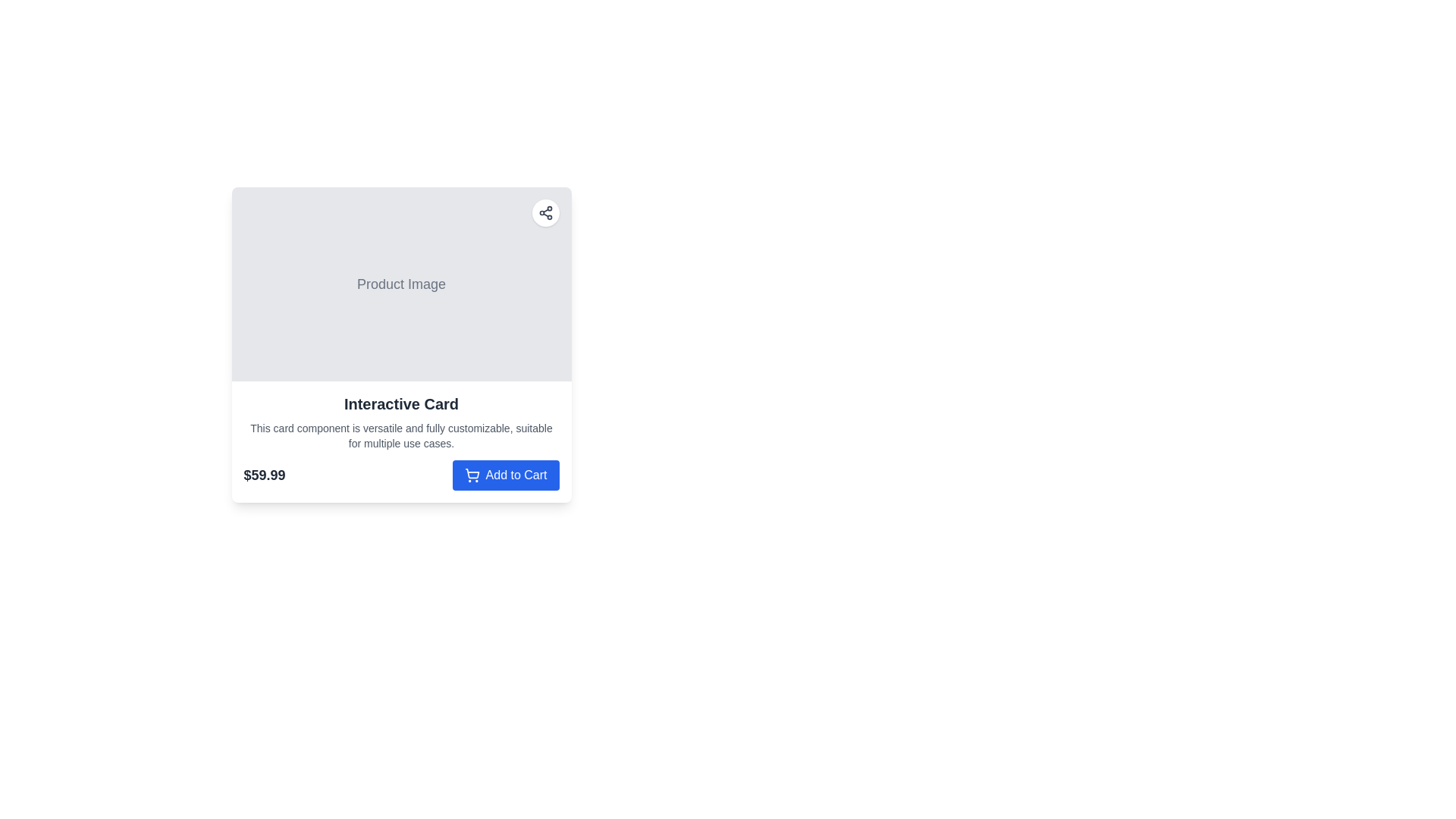 Image resolution: width=1456 pixels, height=819 pixels. I want to click on the 'Add to Cart' button with a blue background and white text located at the bottom right of the product details layout, so click(506, 475).